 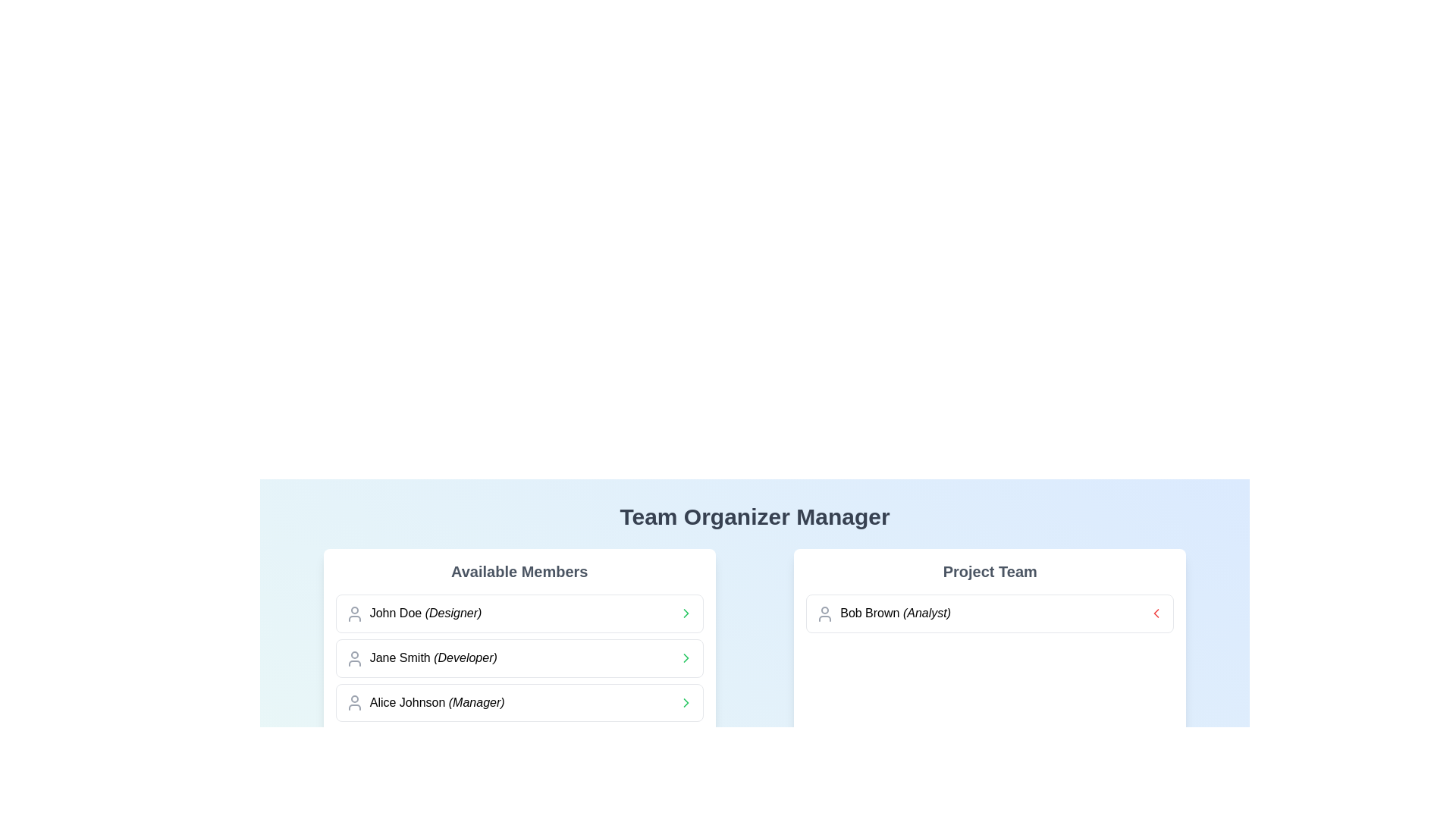 What do you see at coordinates (685, 613) in the screenshot?
I see `the rightward-pointing green chevron icon located at the far right end of the 'John Doe (Designer)' row` at bounding box center [685, 613].